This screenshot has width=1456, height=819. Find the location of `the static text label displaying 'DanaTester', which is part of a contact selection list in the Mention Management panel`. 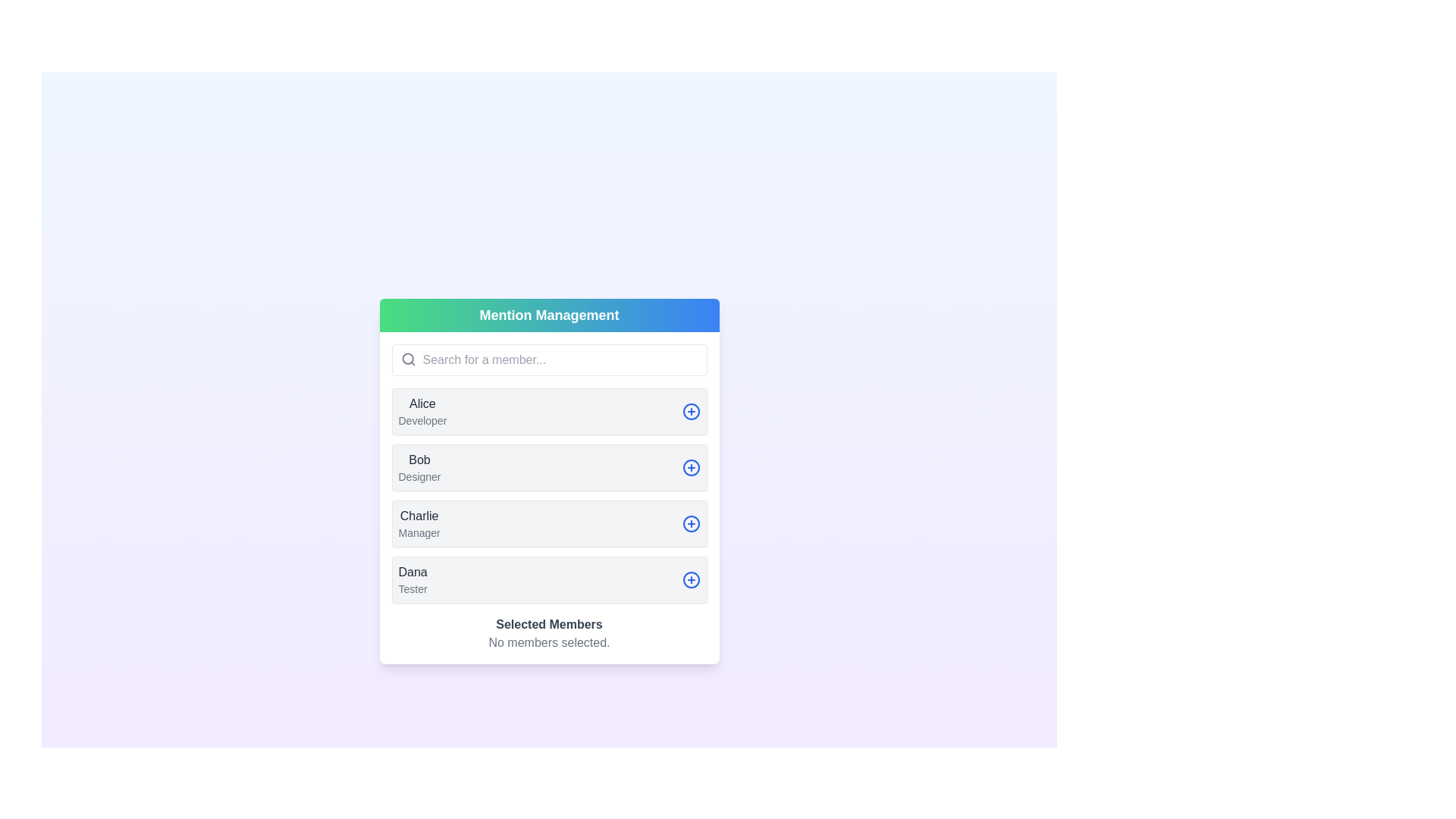

the static text label displaying 'DanaTester', which is part of a contact selection list in the Mention Management panel is located at coordinates (413, 573).